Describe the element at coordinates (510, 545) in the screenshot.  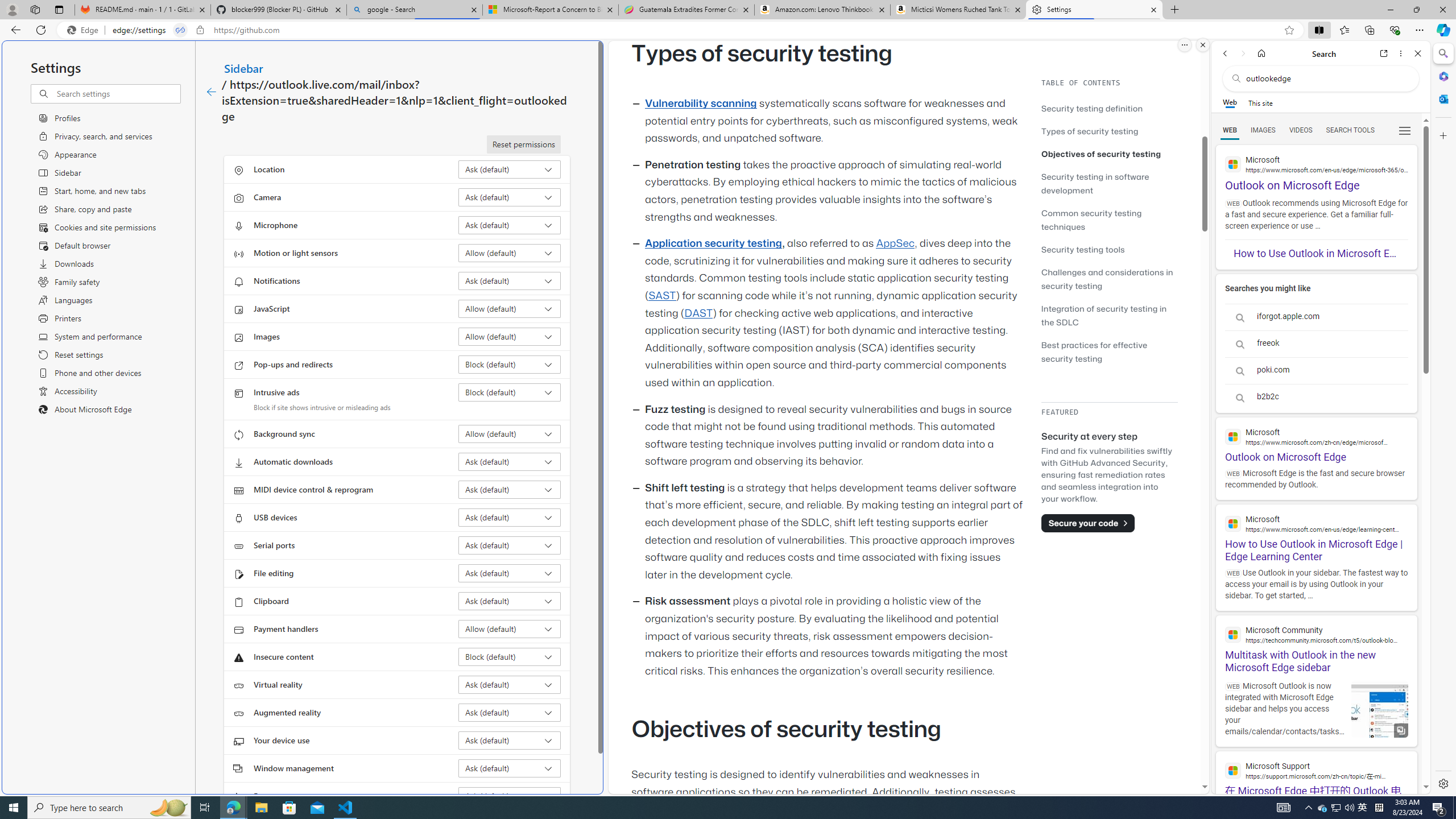
I see `'Serial ports Ask (default)'` at that location.